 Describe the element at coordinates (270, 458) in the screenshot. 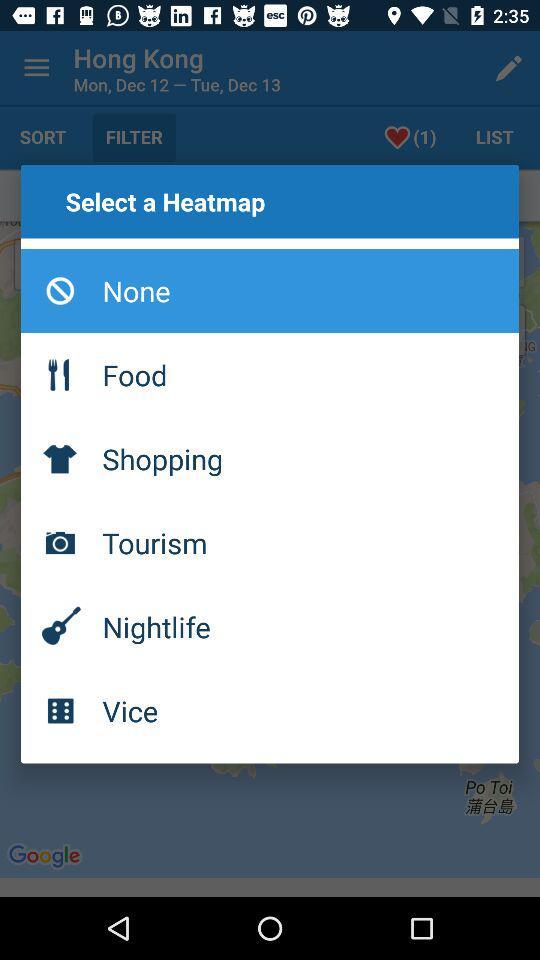

I see `the item below the food` at that location.